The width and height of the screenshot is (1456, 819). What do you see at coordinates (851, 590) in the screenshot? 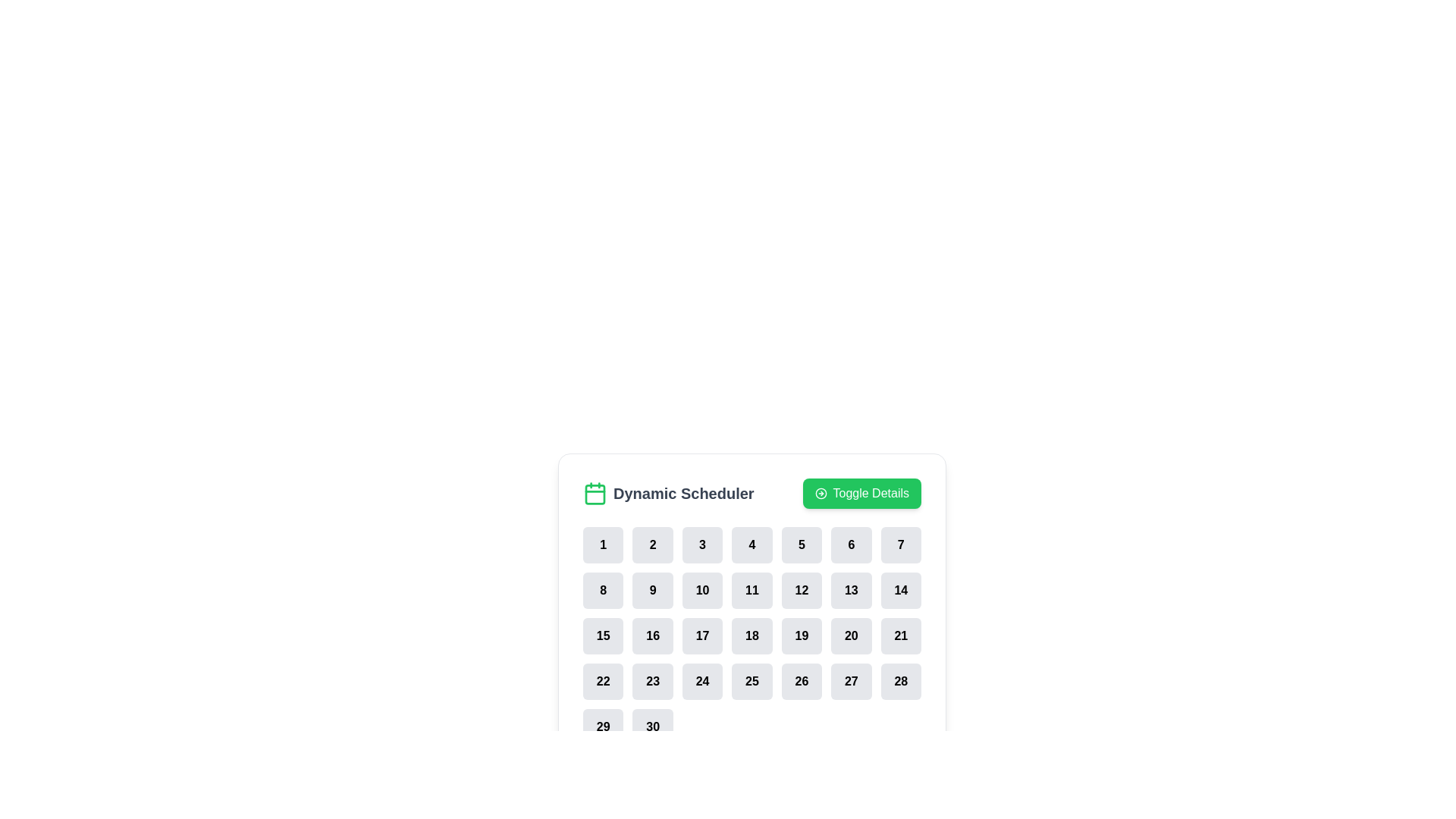
I see `the button labeled '13' which is a rectangular button with rounded corners and a light gray background, featuring the number '13' in bold black text` at bounding box center [851, 590].